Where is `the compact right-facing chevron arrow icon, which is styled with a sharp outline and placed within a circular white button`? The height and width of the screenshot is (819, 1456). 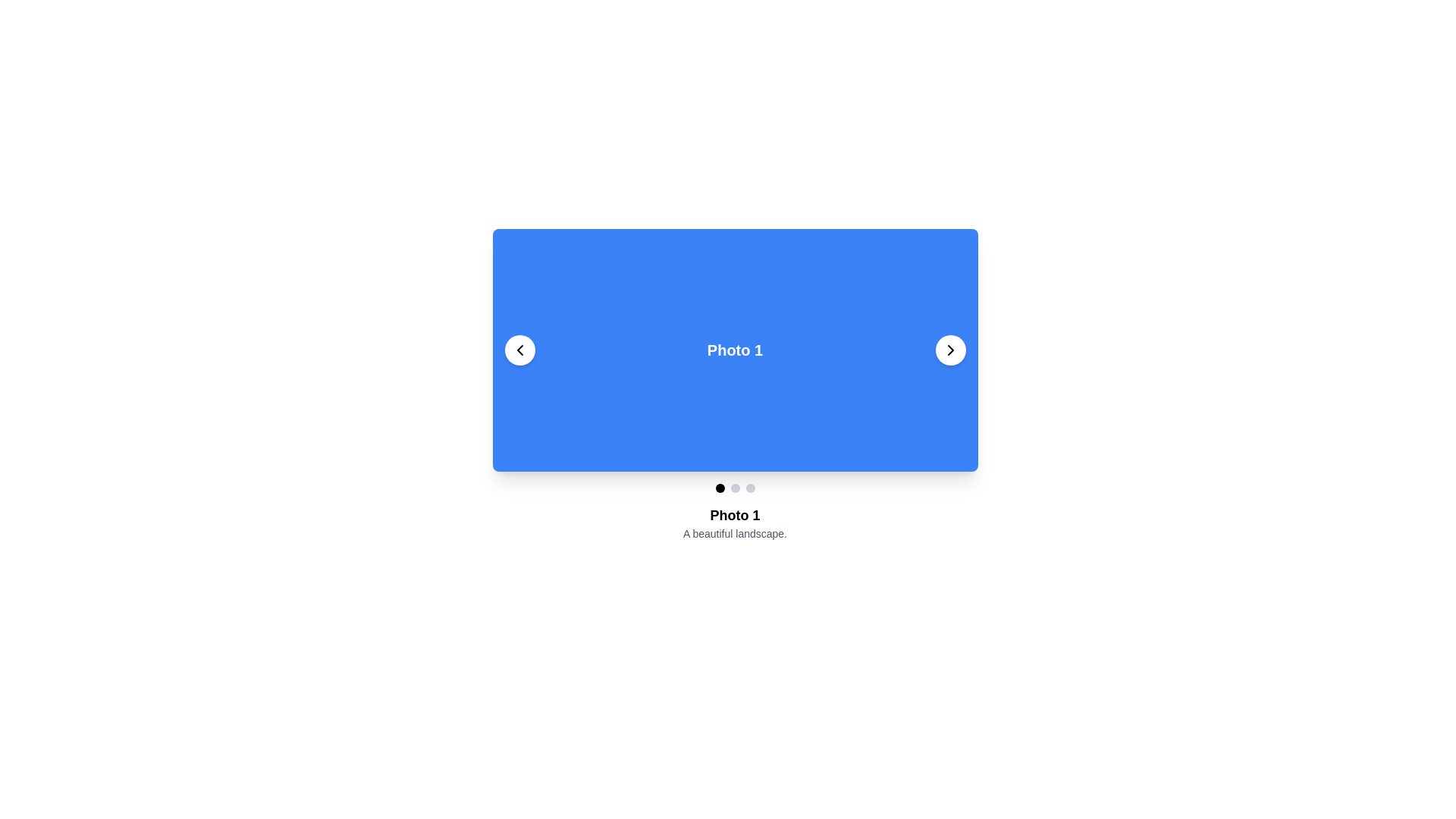
the compact right-facing chevron arrow icon, which is styled with a sharp outline and placed within a circular white button is located at coordinates (949, 350).